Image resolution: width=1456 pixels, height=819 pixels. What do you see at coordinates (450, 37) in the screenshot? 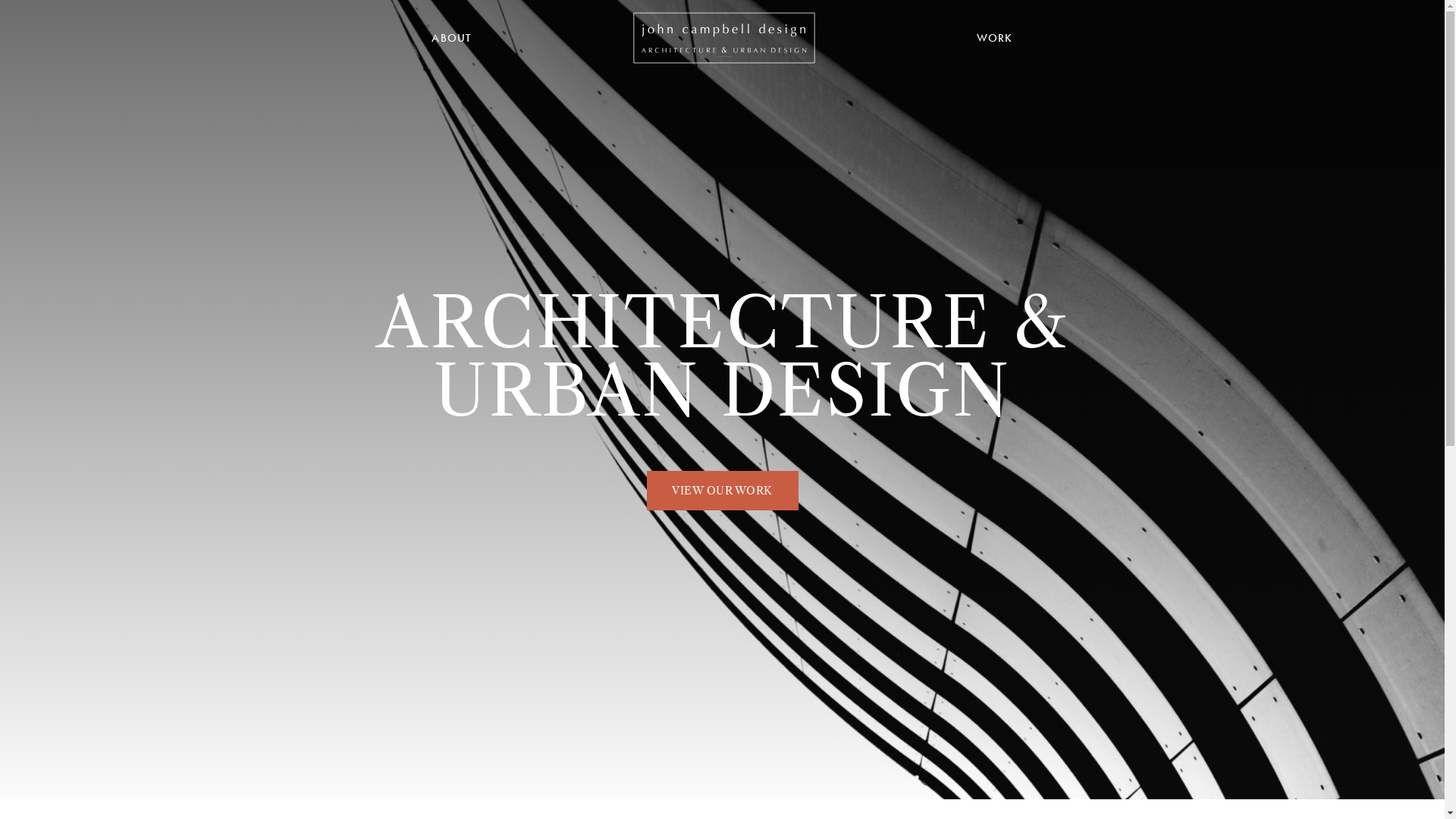
I see `'ABOUT'` at bounding box center [450, 37].